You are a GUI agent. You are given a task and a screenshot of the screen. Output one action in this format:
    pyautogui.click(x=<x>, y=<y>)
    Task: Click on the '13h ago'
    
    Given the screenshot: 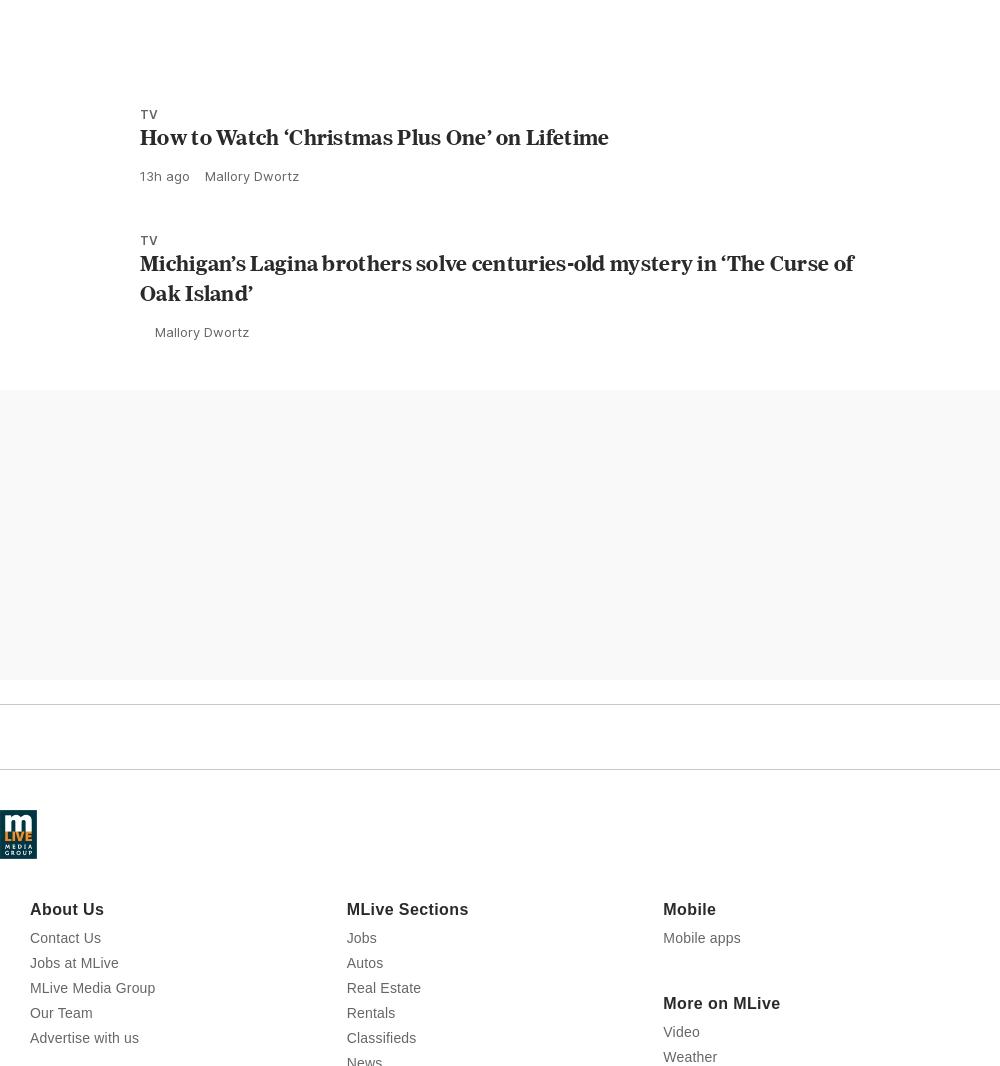 What is the action you would take?
    pyautogui.click(x=165, y=263)
    